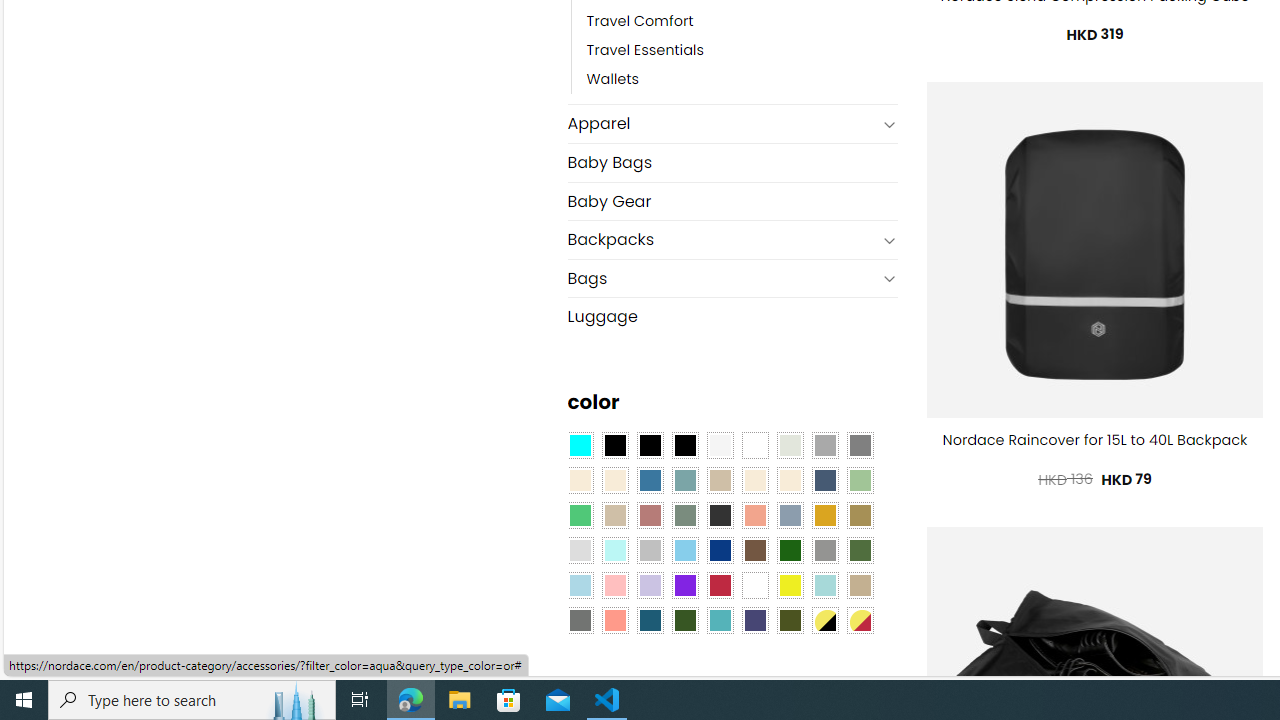  I want to click on 'Travel Essentials', so click(645, 50).